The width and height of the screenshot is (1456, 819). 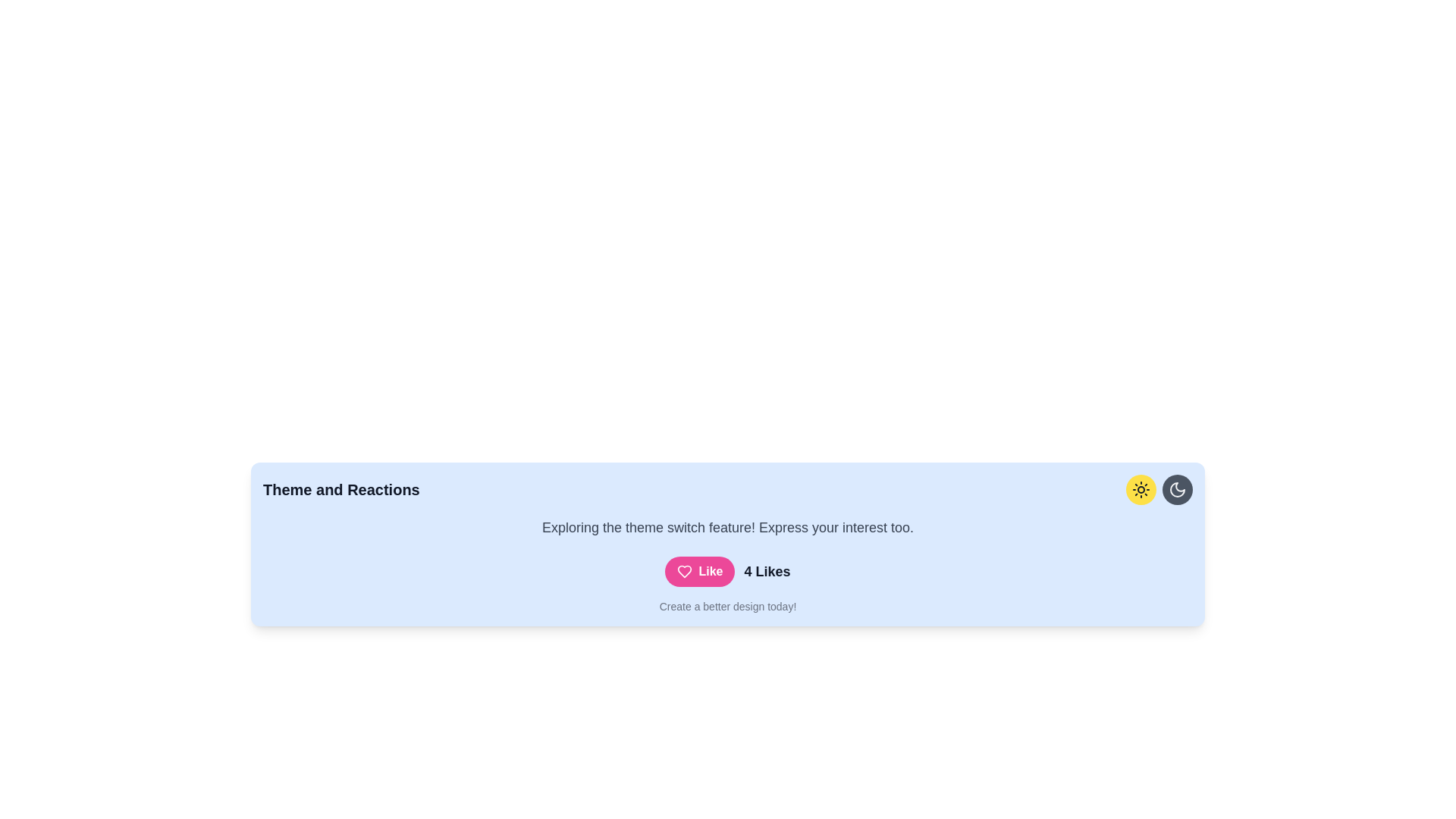 I want to click on the text block displaying 'Create a better design today!' which is located at the bottom of a card with a light blue background, so click(x=728, y=605).